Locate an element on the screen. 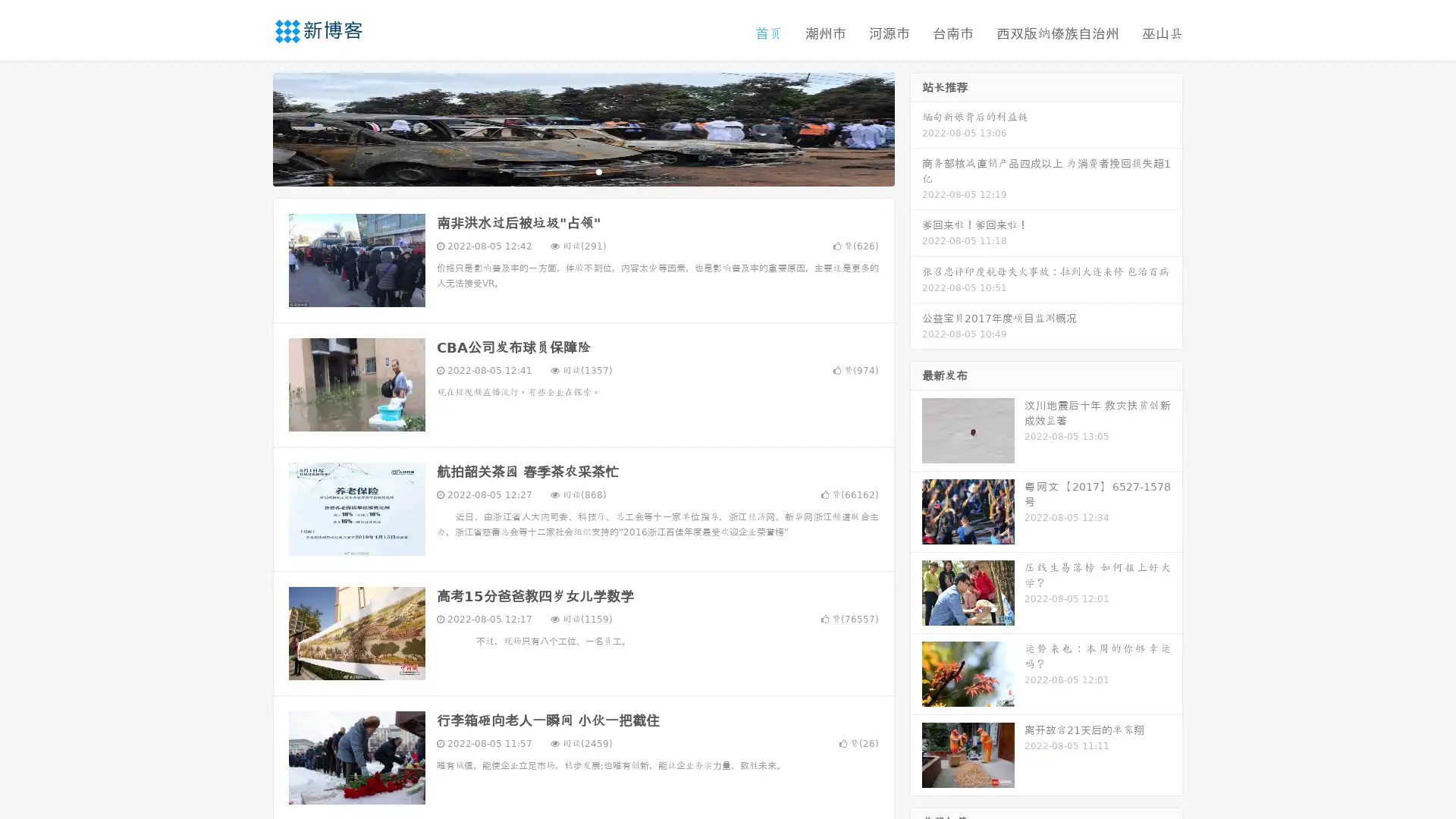  Next slide is located at coordinates (916, 127).